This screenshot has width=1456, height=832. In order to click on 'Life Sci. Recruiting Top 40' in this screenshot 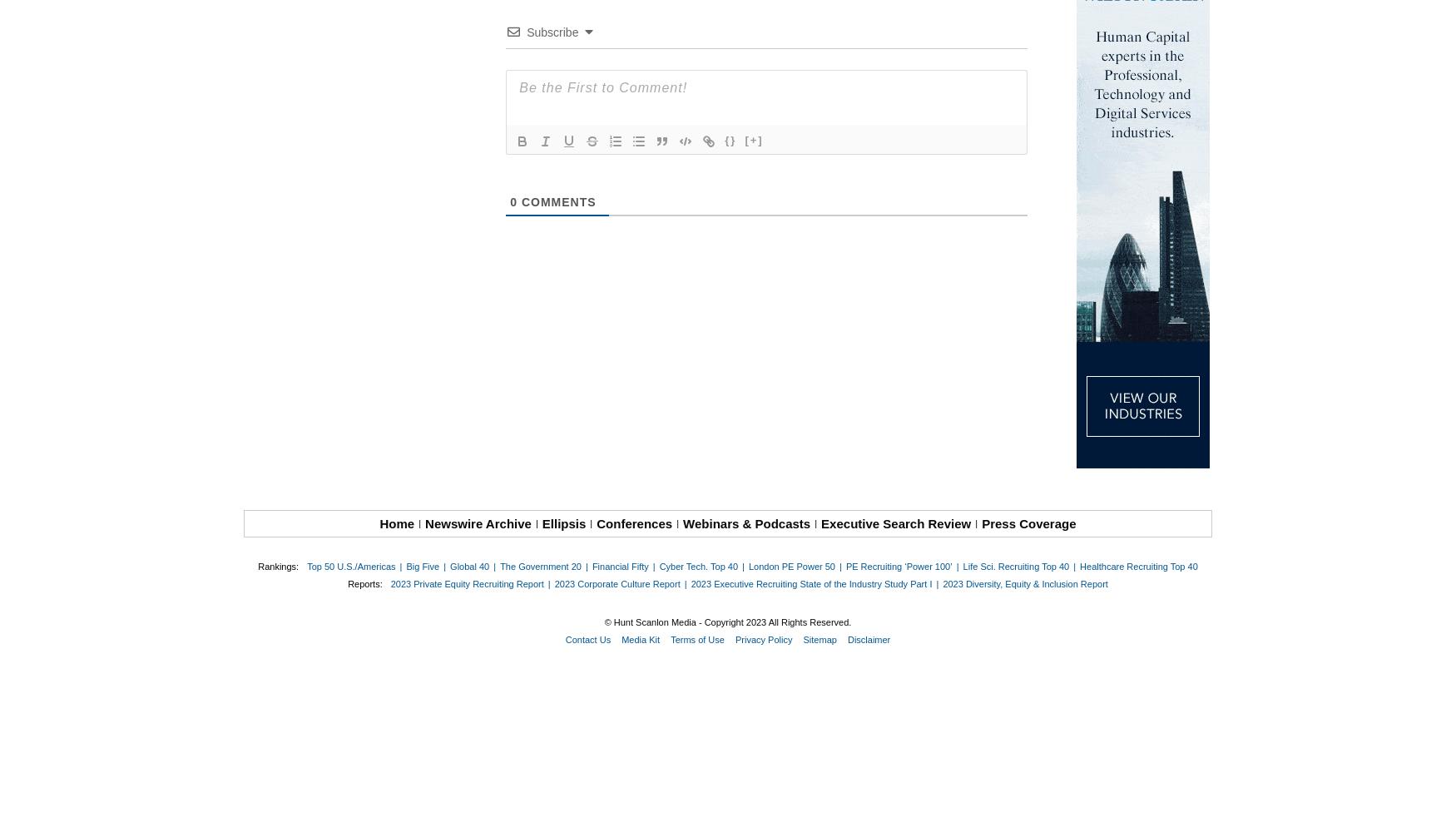, I will do `click(1015, 567)`.